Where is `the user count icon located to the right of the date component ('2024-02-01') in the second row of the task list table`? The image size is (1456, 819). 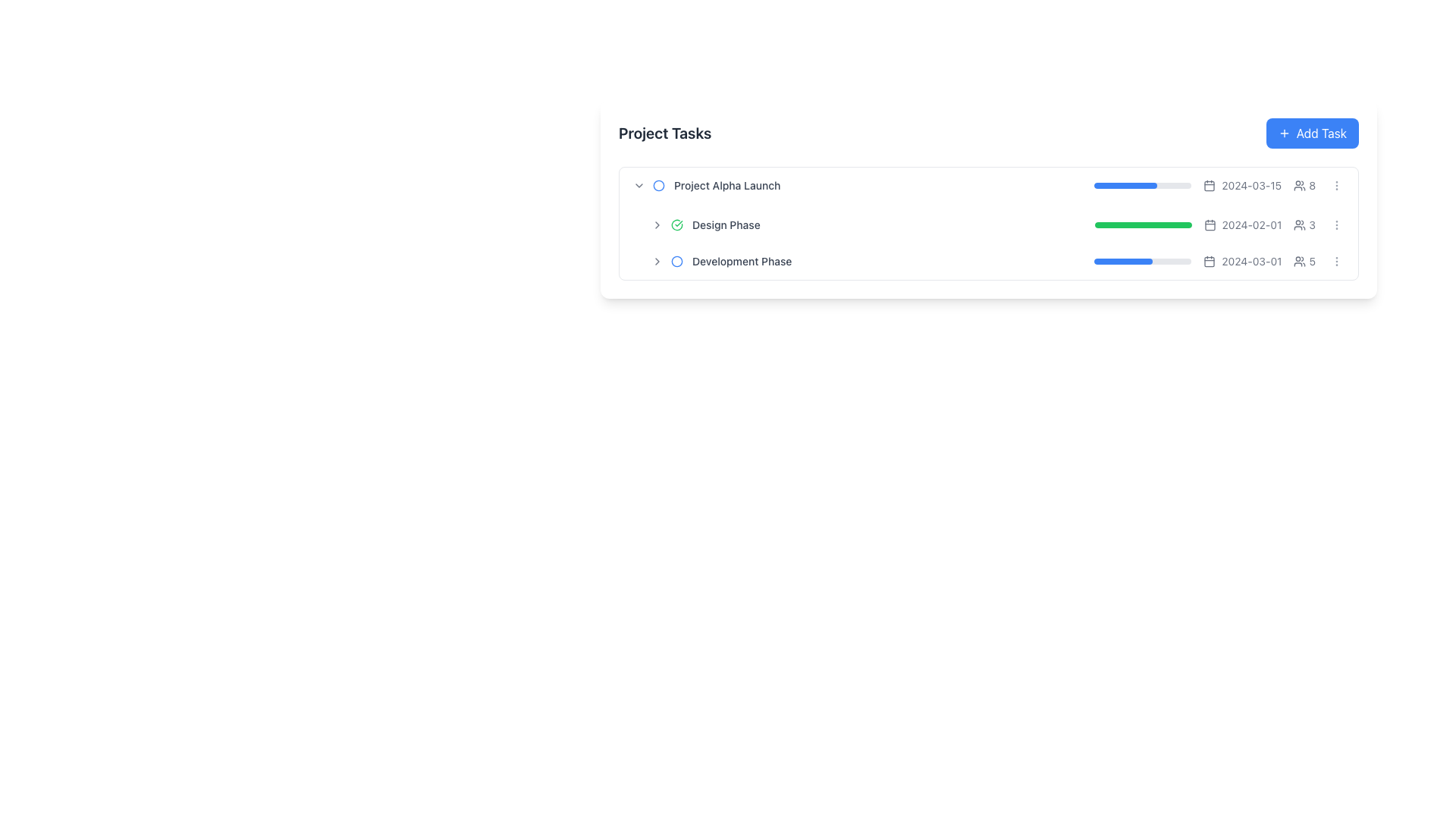
the user count icon located to the right of the date component ('2024-02-01') in the second row of the task list table is located at coordinates (1304, 225).